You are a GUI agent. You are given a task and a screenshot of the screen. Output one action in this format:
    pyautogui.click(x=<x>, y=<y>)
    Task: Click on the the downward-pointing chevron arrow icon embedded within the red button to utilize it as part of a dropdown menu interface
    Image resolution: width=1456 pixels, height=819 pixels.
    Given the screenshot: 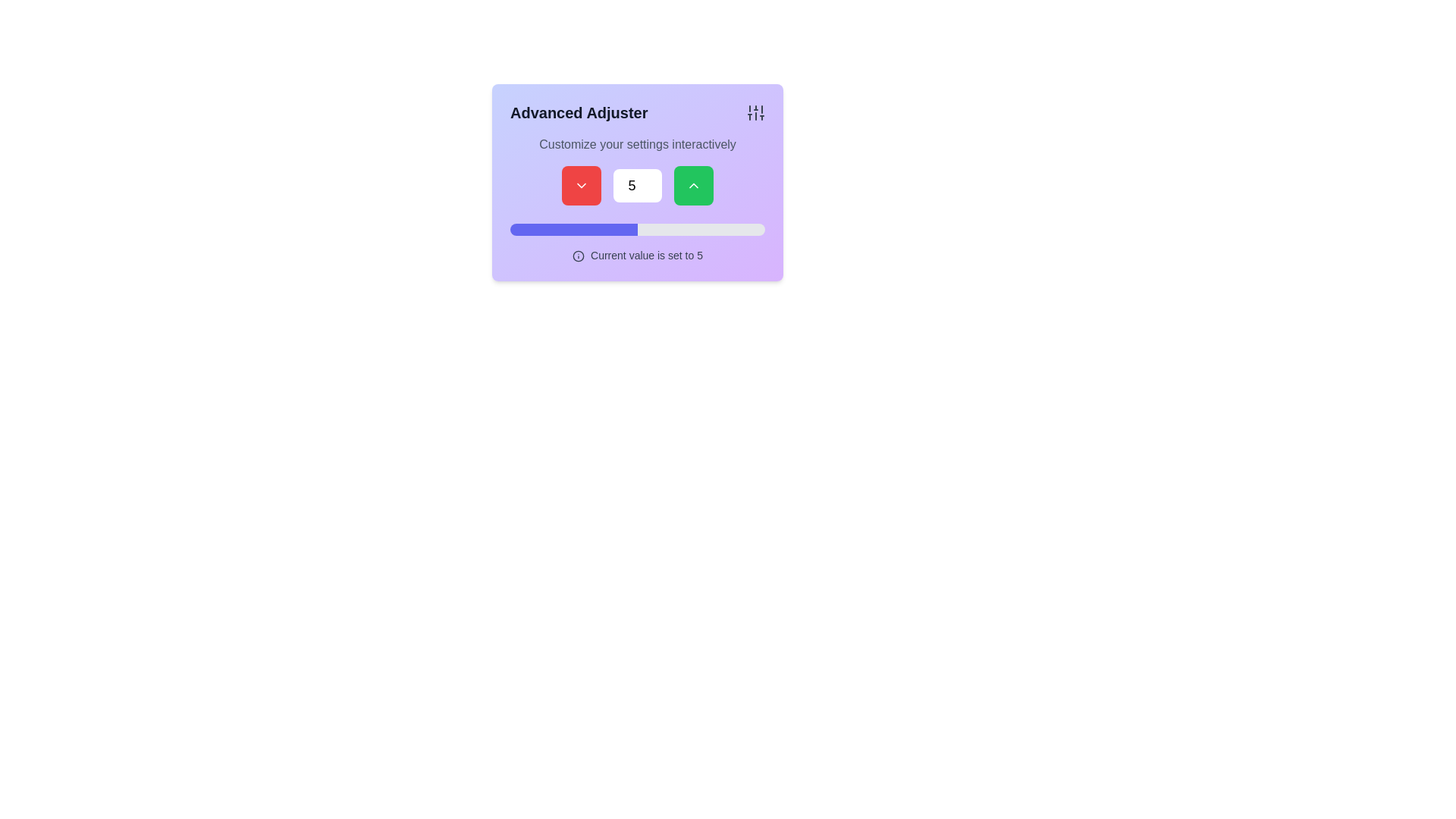 What is the action you would take?
    pyautogui.click(x=581, y=185)
    